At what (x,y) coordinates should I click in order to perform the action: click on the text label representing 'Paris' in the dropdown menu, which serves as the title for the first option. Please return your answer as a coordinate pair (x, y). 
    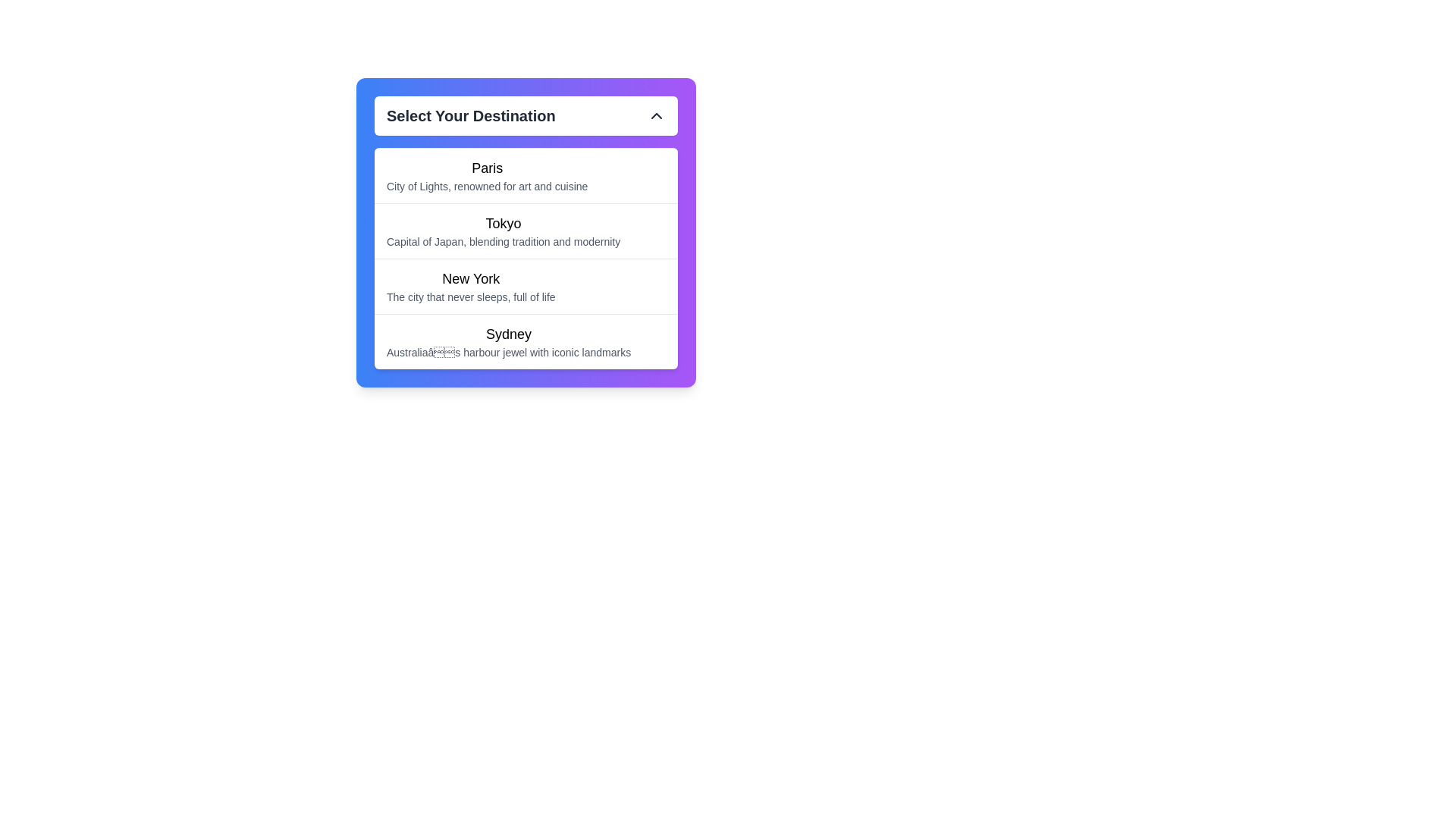
    Looking at the image, I should click on (487, 168).